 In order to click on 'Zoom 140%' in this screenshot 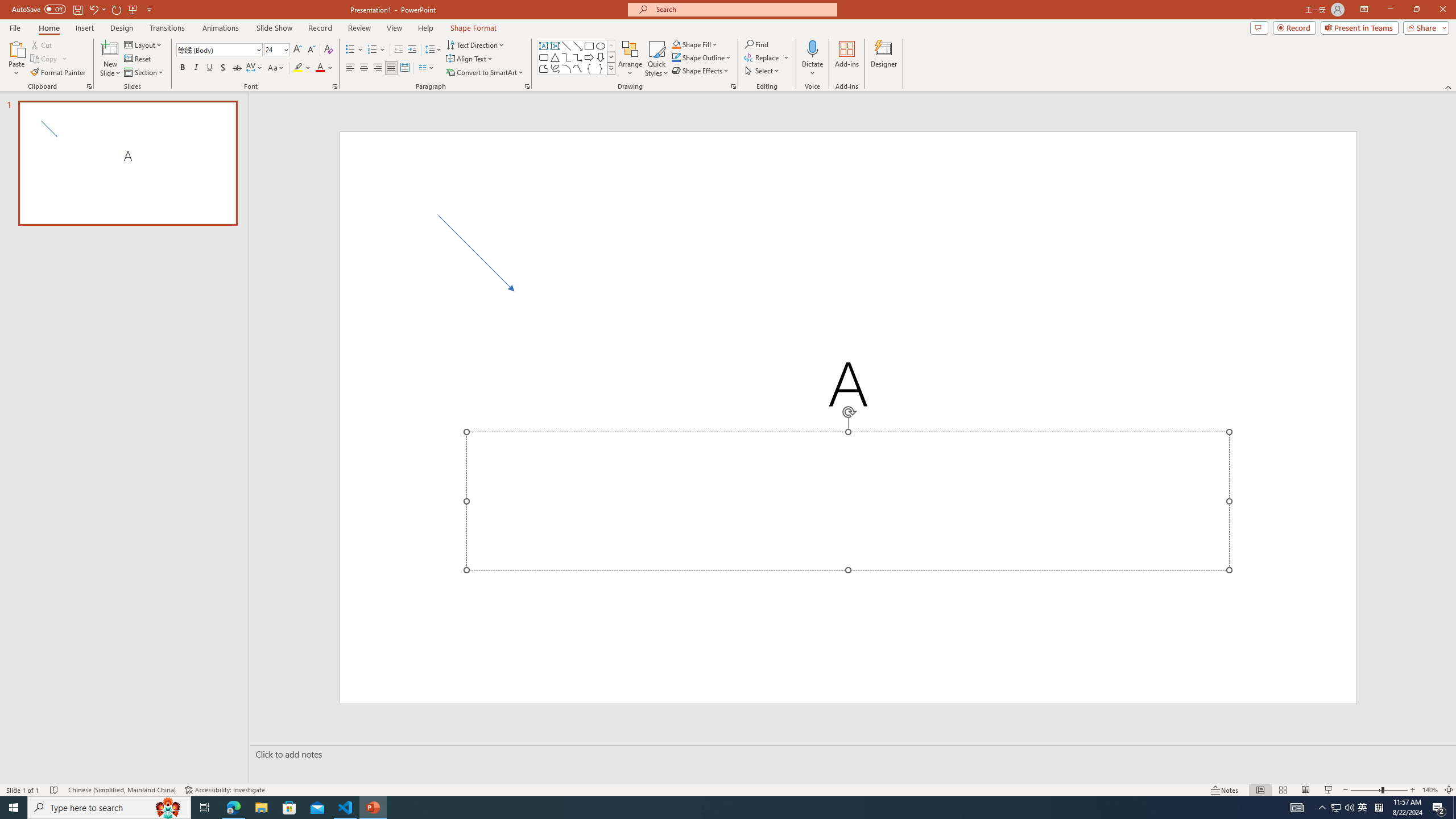, I will do `click(1430, 790)`.